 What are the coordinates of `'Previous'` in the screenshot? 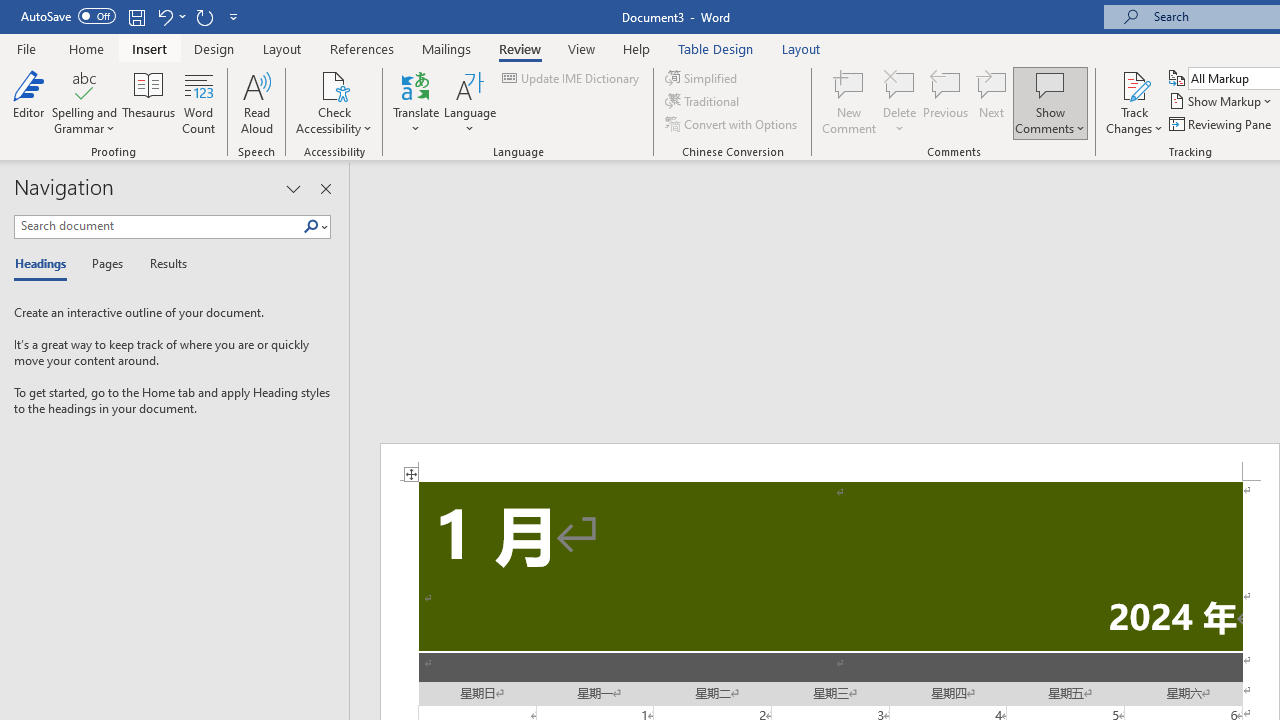 It's located at (945, 103).